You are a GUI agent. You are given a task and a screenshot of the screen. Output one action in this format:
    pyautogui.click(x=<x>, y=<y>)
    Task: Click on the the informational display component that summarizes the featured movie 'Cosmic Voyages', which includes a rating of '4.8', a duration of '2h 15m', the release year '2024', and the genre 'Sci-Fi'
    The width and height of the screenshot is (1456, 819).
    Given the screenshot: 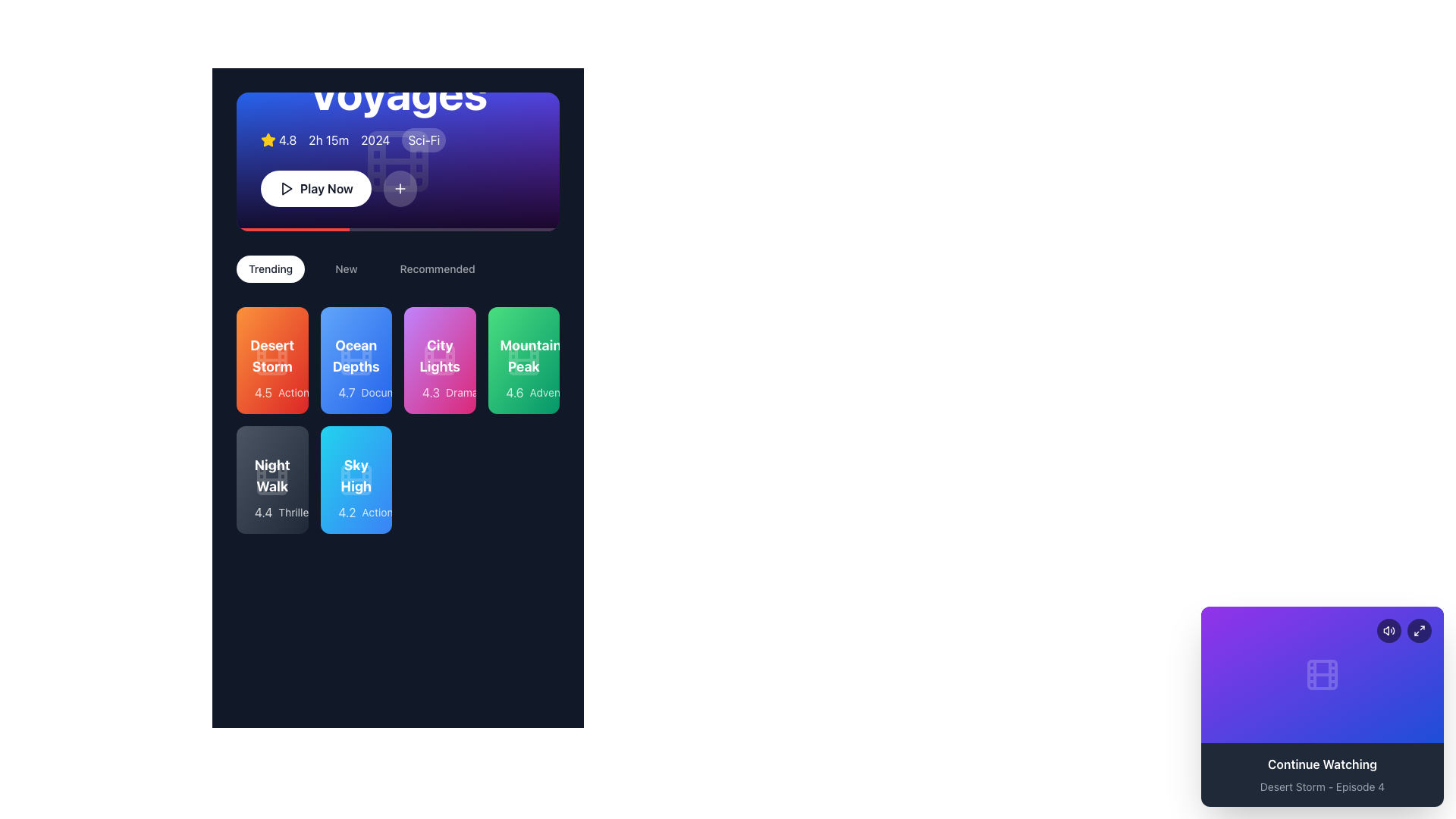 What is the action you would take?
    pyautogui.click(x=397, y=140)
    